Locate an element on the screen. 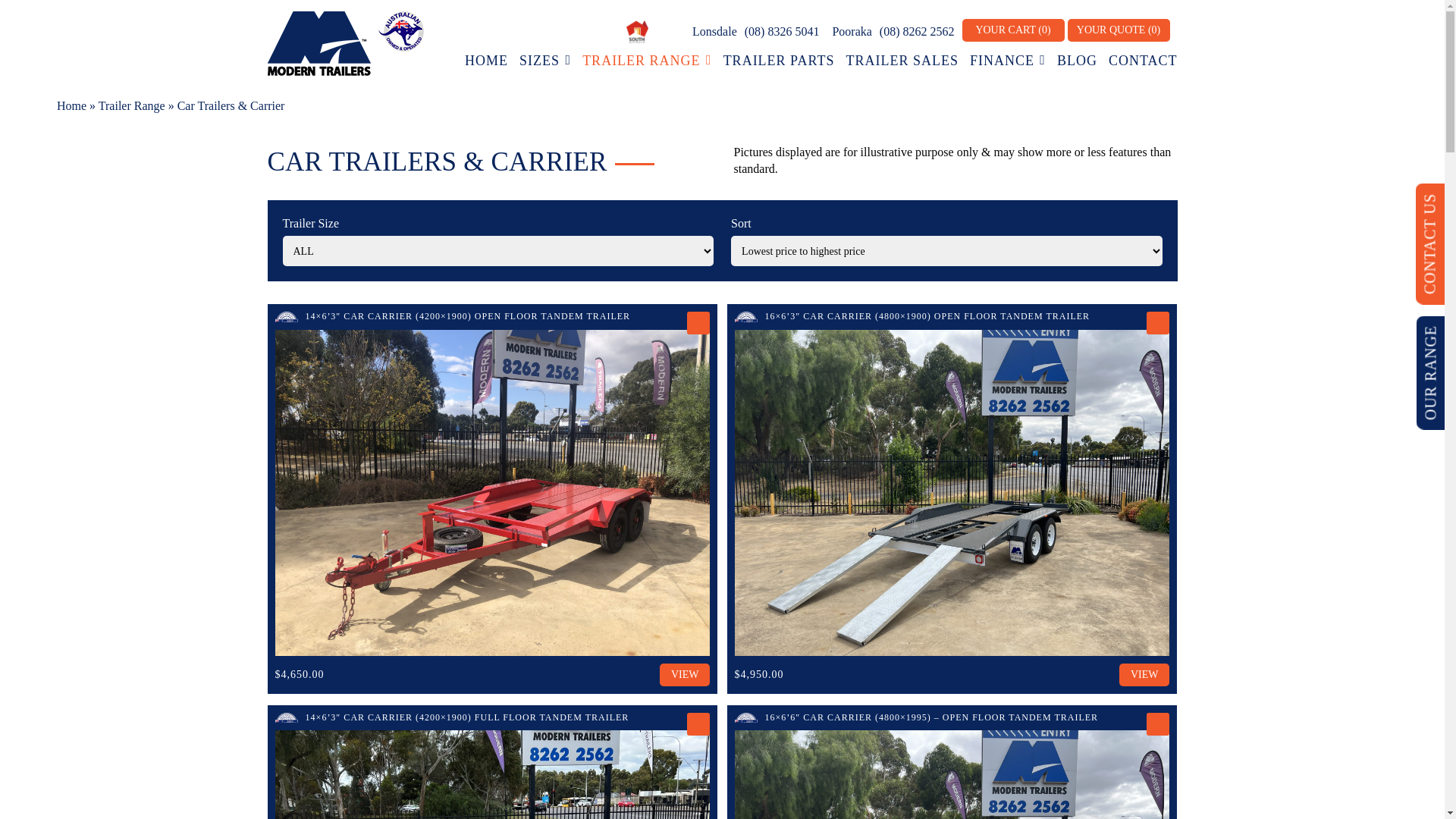 The width and height of the screenshot is (1456, 819). 'Lonsdale' is located at coordinates (712, 31).